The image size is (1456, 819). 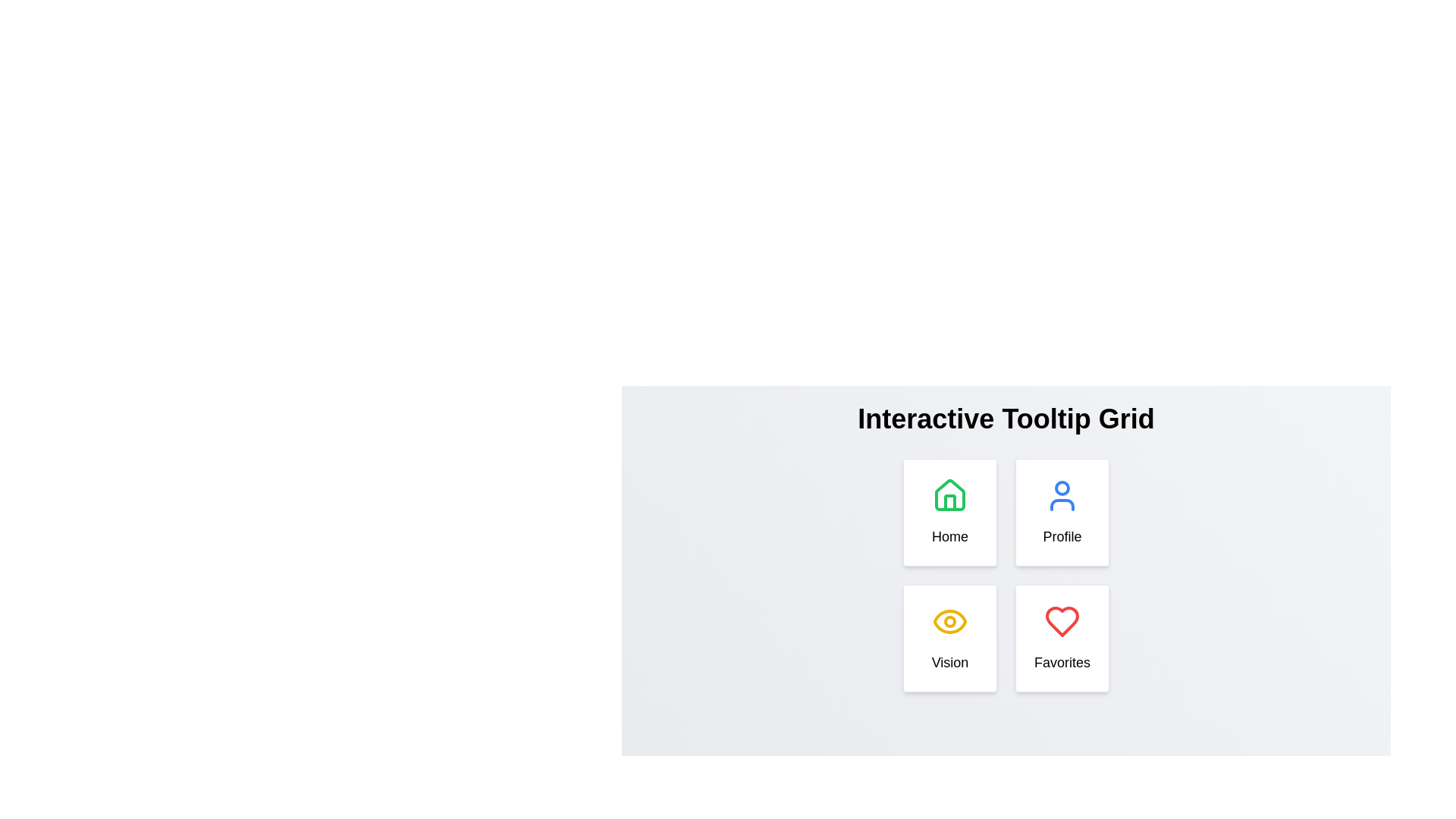 I want to click on the blue user profile icon located at the top center of the rectangular card labeled 'Profile' in the second column of the first row within a 2x2 grid layout, so click(x=1062, y=496).